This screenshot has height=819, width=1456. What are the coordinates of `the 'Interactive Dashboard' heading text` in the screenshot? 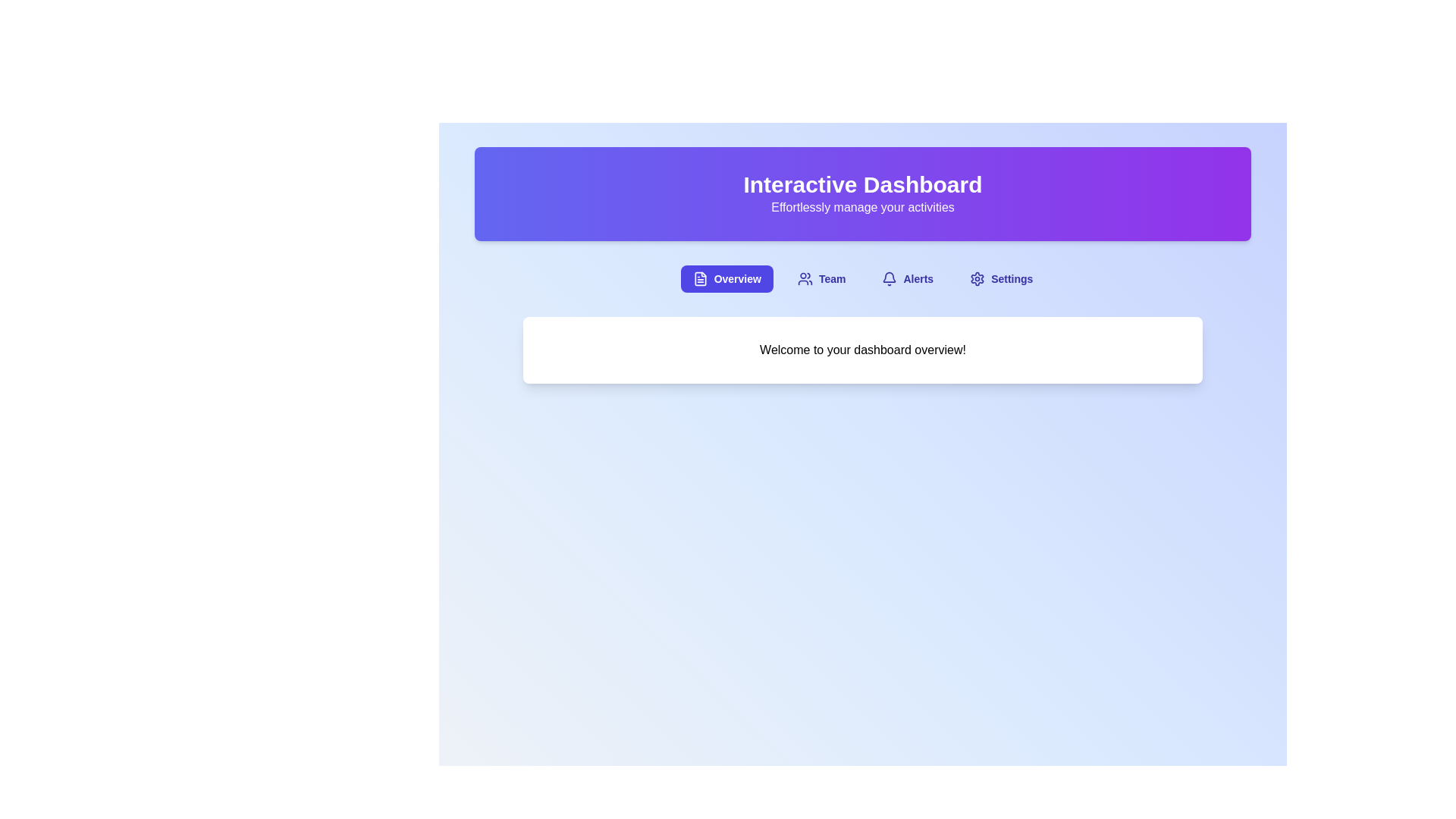 It's located at (862, 184).